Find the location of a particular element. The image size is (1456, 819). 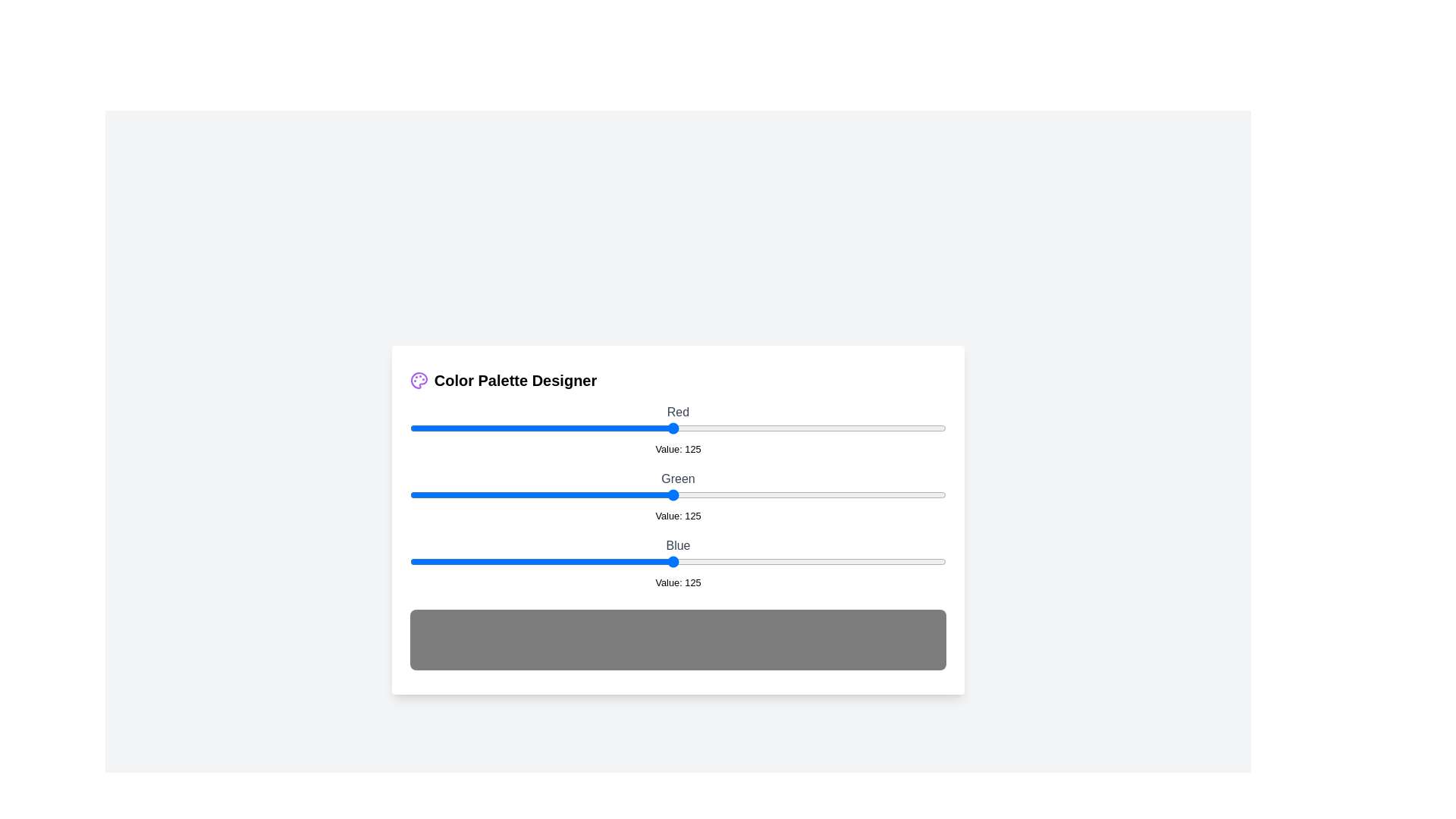

the 1 slider to 87 is located at coordinates (592, 494).